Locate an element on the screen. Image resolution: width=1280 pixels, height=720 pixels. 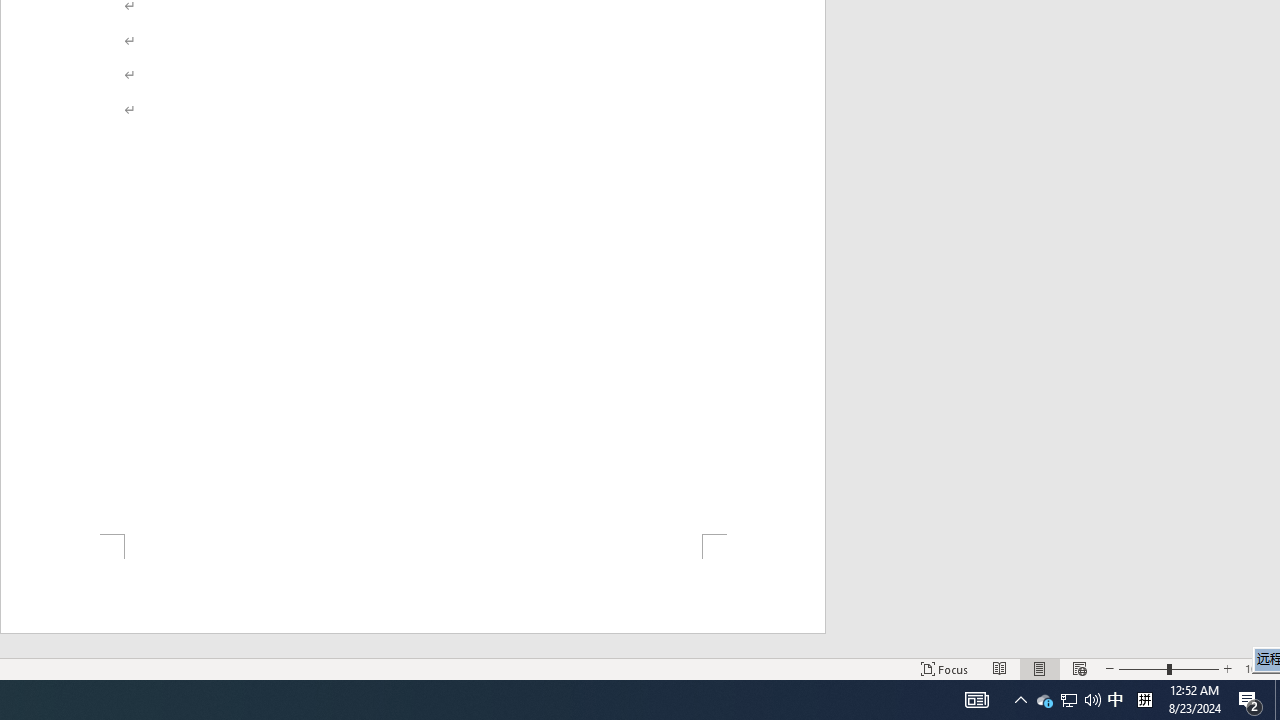
'Zoom Out' is located at coordinates (1078, 669).